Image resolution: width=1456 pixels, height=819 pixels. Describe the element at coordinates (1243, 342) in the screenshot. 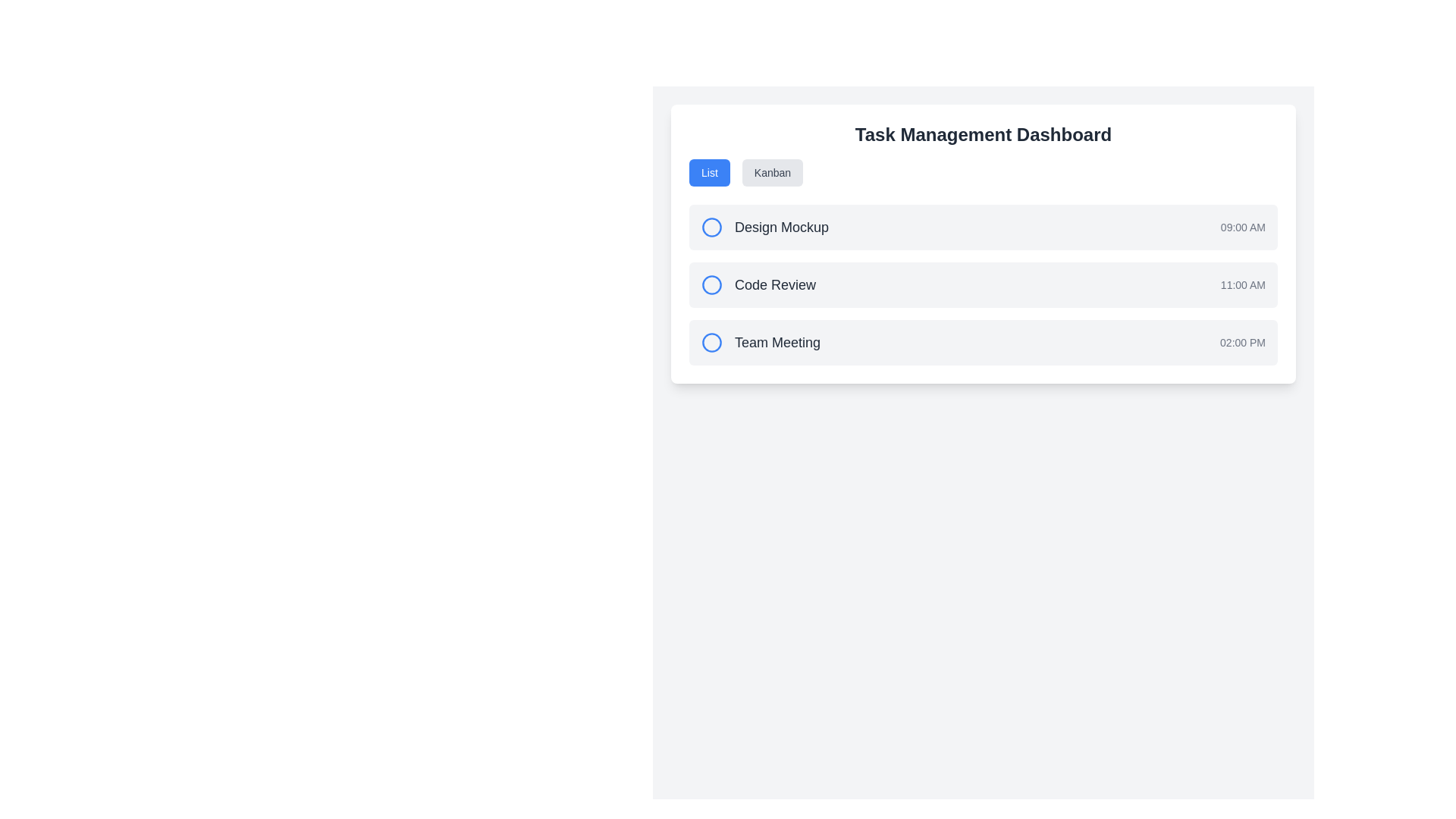

I see `the read-only text label indicating the time associated with the 'Team Meeting' event, located on the rightmost side of the third row` at that location.